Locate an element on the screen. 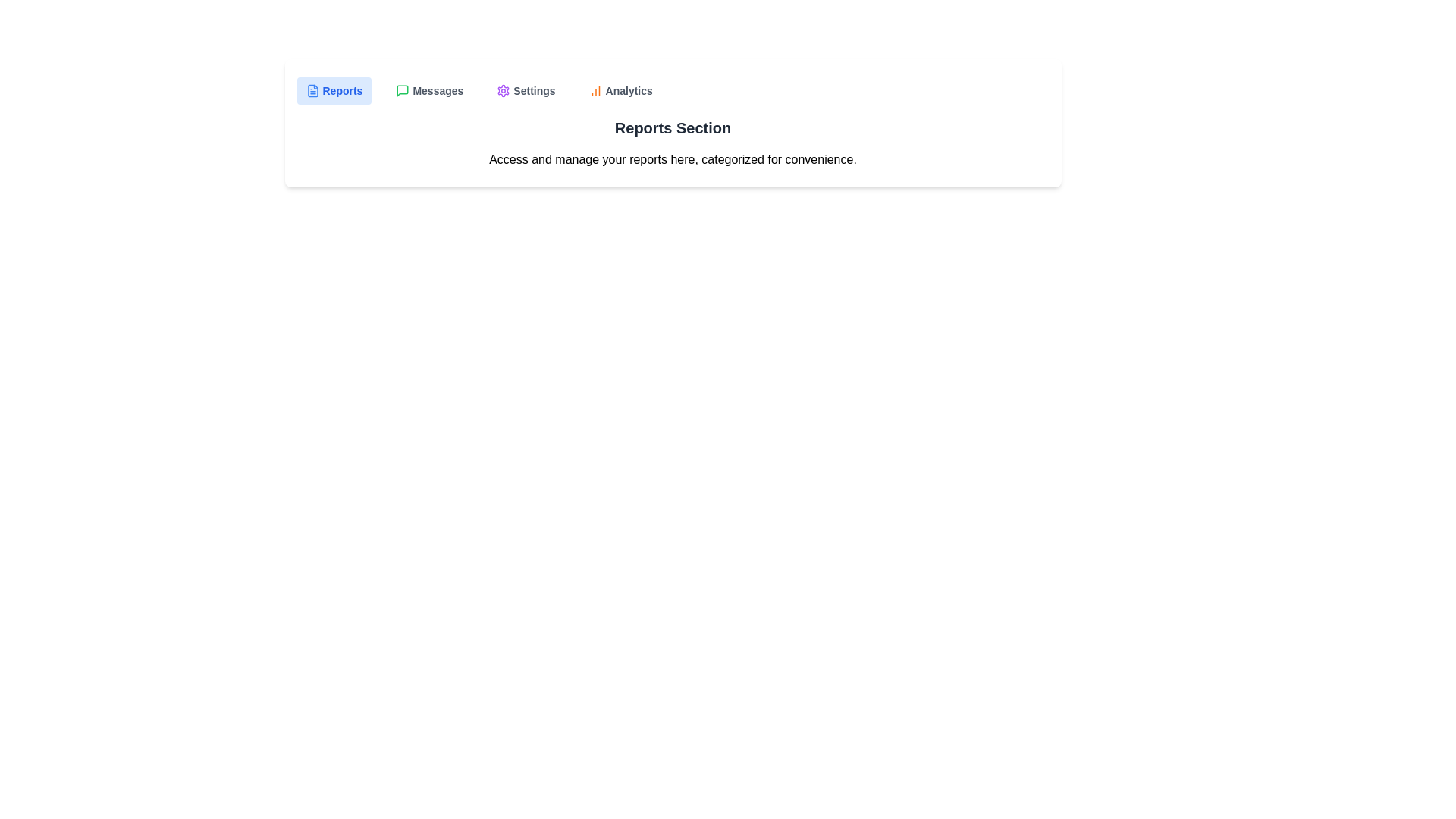  the gear icon in the navigation bar, which has a purple outline and represents the settings option is located at coordinates (504, 90).